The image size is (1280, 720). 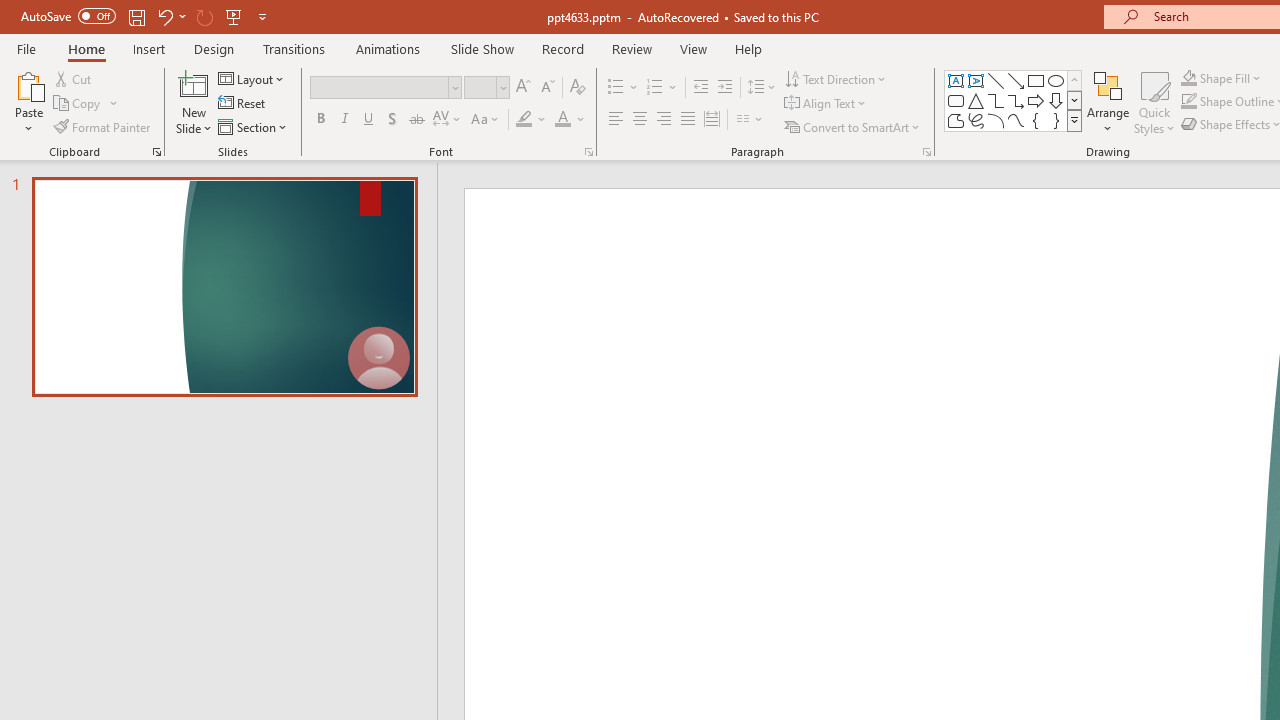 What do you see at coordinates (1189, 101) in the screenshot?
I see `'Shape Outline Dark Red, Accent 1'` at bounding box center [1189, 101].